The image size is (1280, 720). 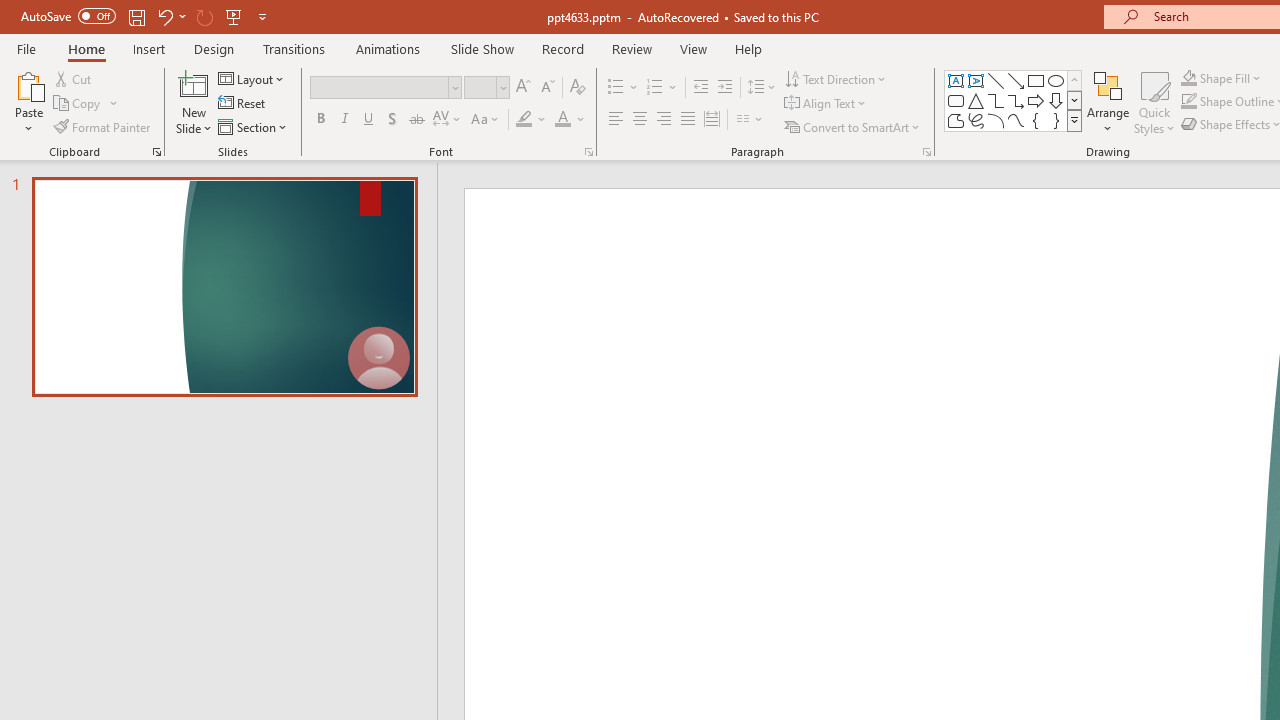 What do you see at coordinates (1189, 101) in the screenshot?
I see `'Shape Outline Dark Red, Accent 1'` at bounding box center [1189, 101].